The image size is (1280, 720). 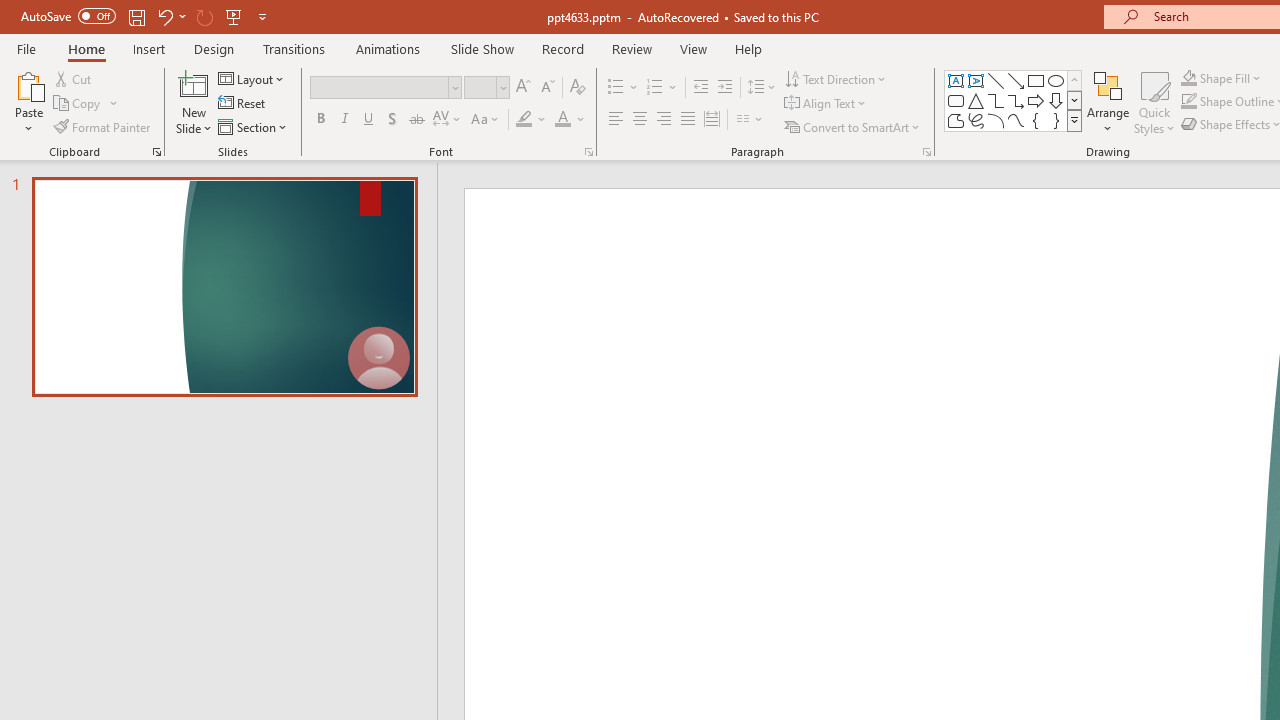 What do you see at coordinates (1189, 101) in the screenshot?
I see `'Shape Outline Dark Red, Accent 1'` at bounding box center [1189, 101].